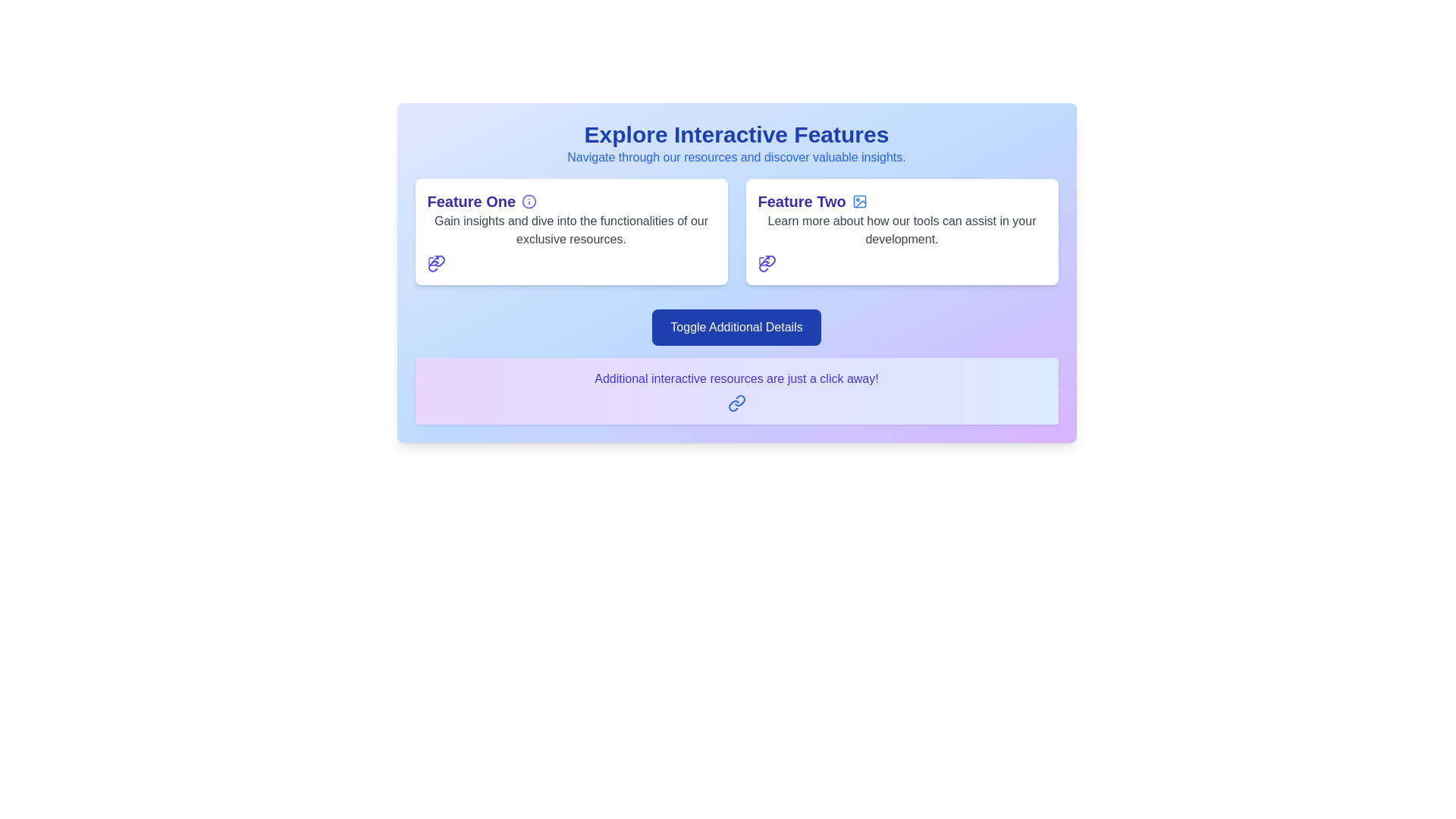  I want to click on the static text component that serves as a descriptive subtitle positioned directly below the 'Explore Interactive Features' heading, so click(736, 158).